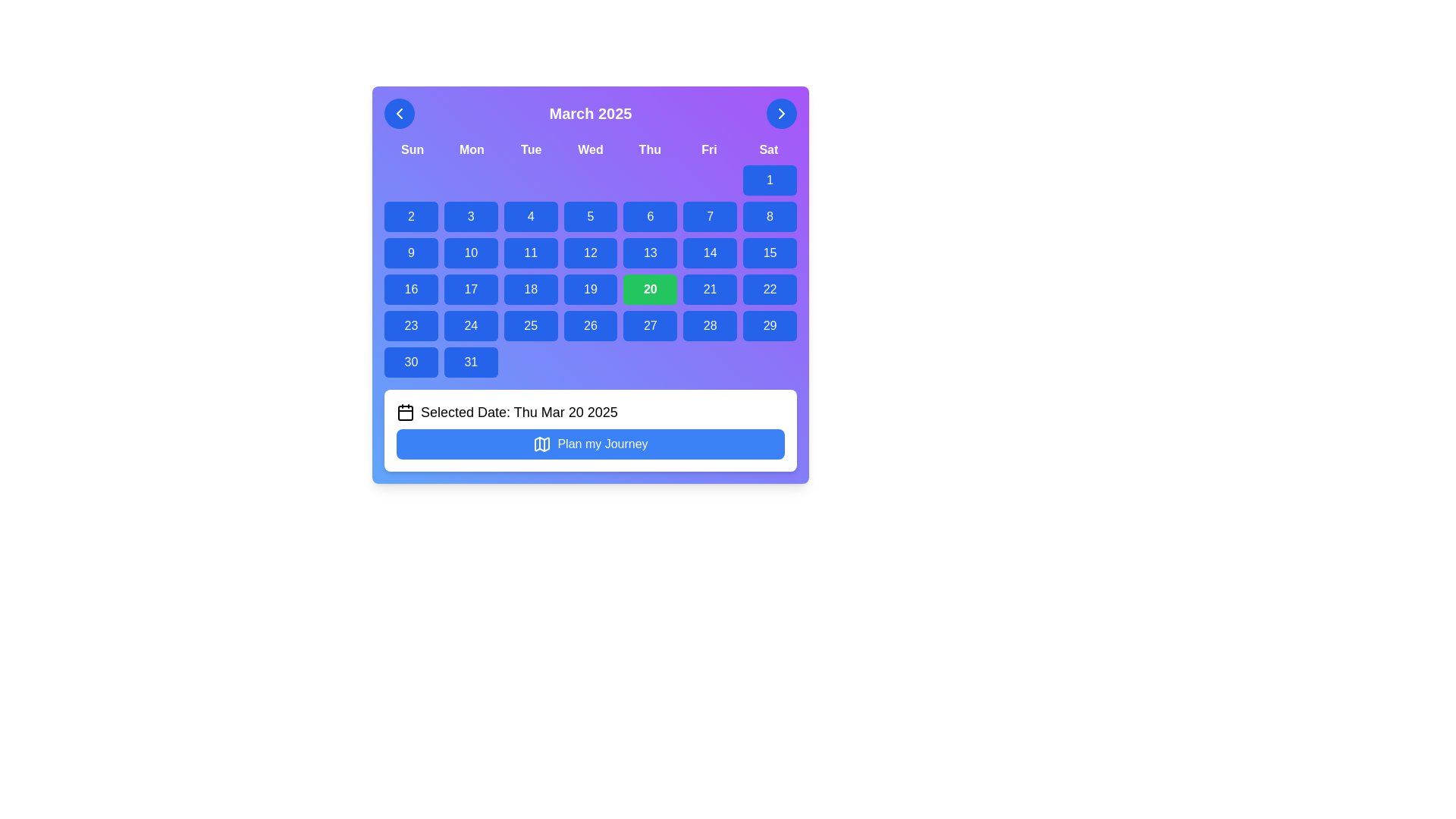  What do you see at coordinates (709, 289) in the screenshot?
I see `the selectable day button representing the date '21' in the calendar interface` at bounding box center [709, 289].